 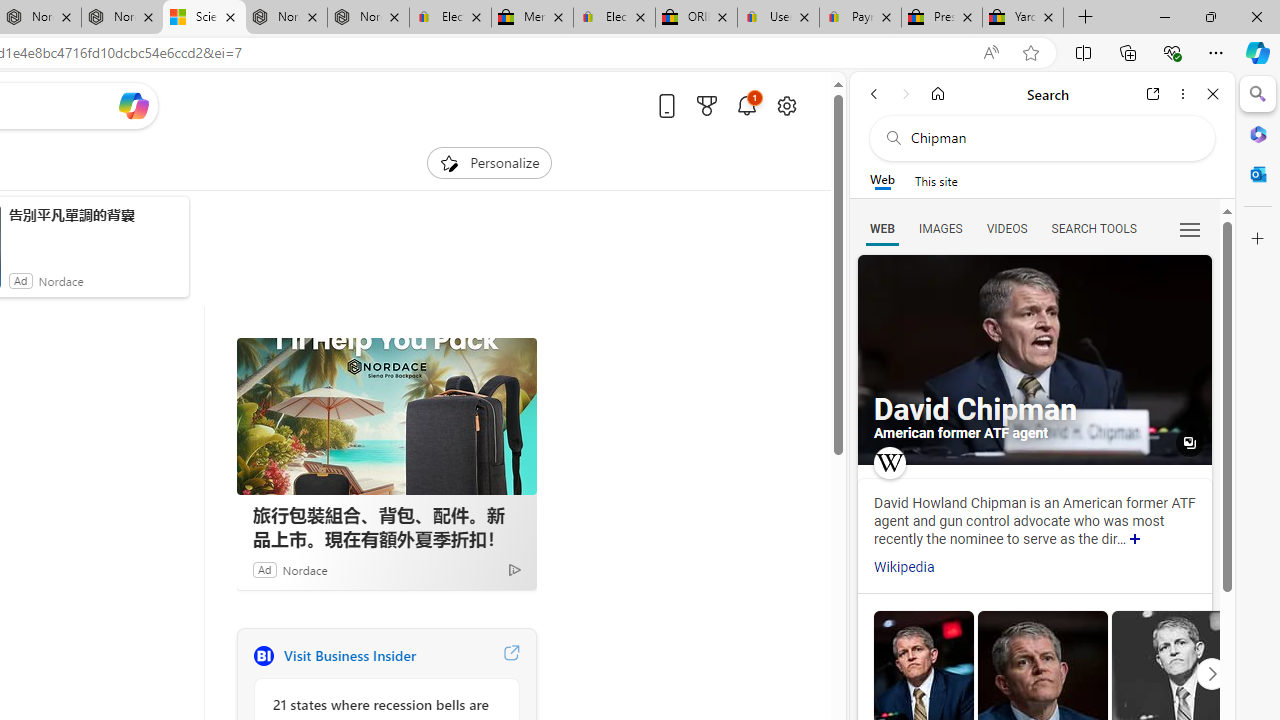 I want to click on 'This site scope', so click(x=935, y=180).